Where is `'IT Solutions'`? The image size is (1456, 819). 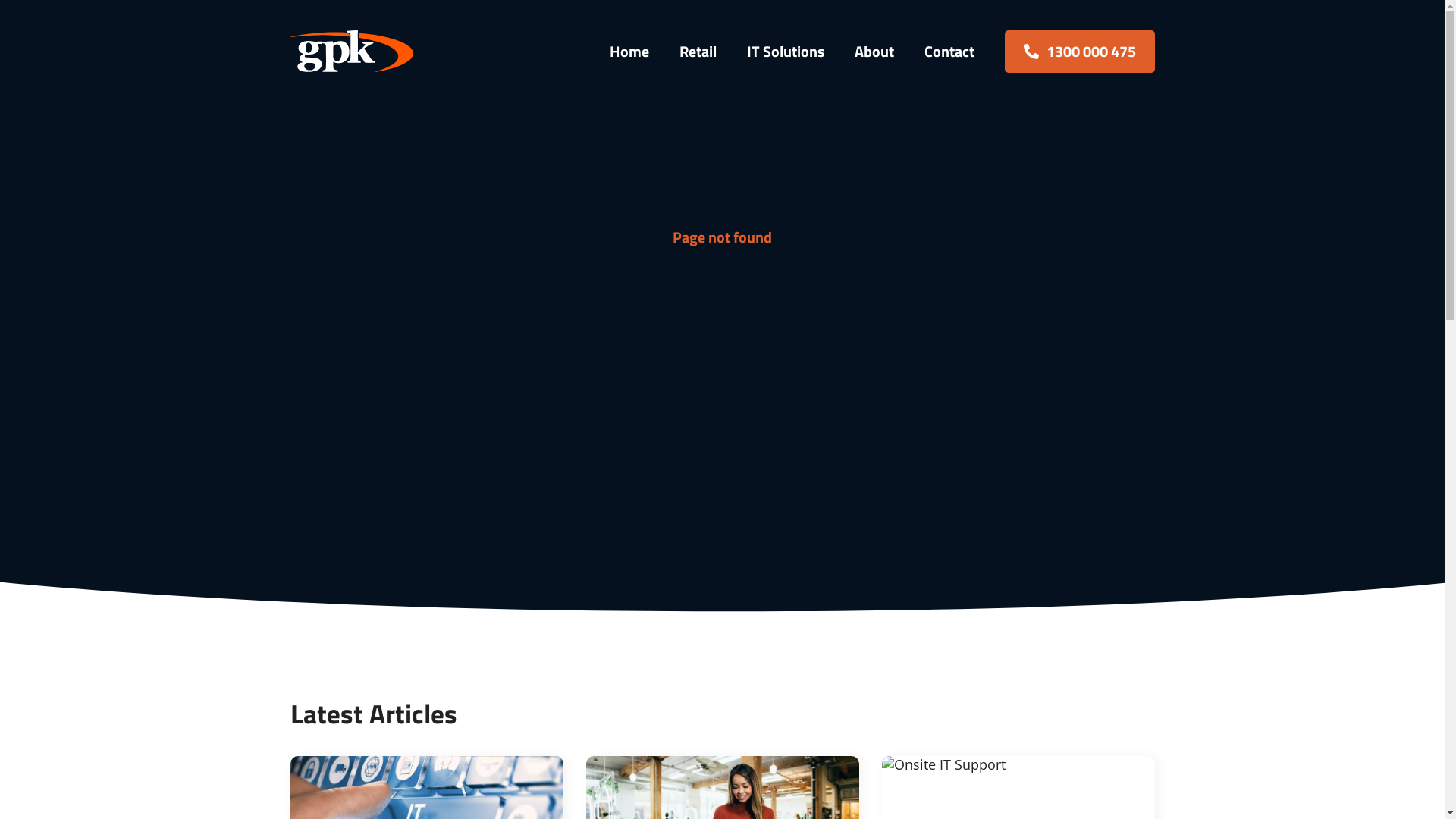 'IT Solutions' is located at coordinates (785, 49).